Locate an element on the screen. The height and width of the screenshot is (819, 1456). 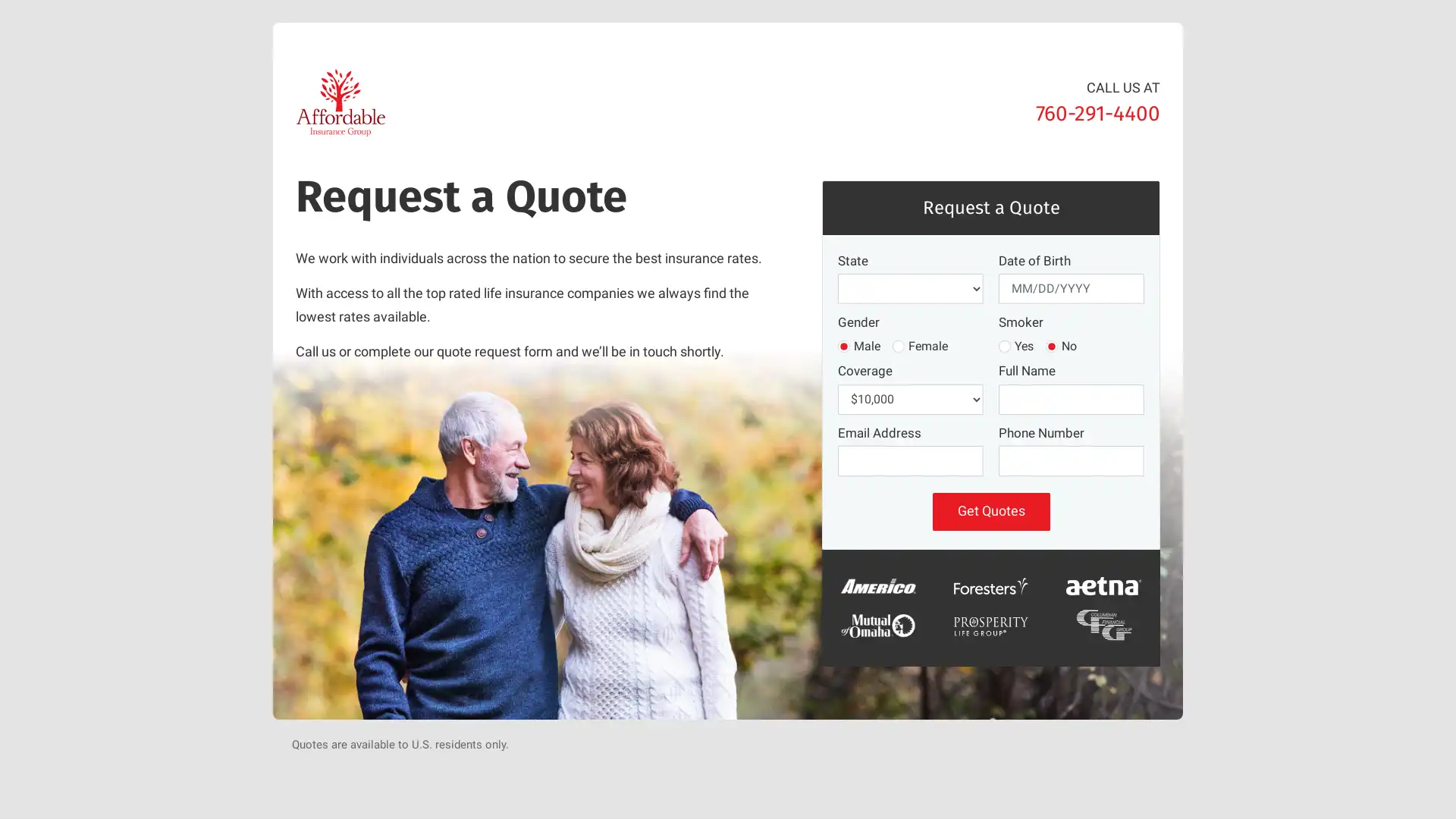
Get Quotes is located at coordinates (990, 511).